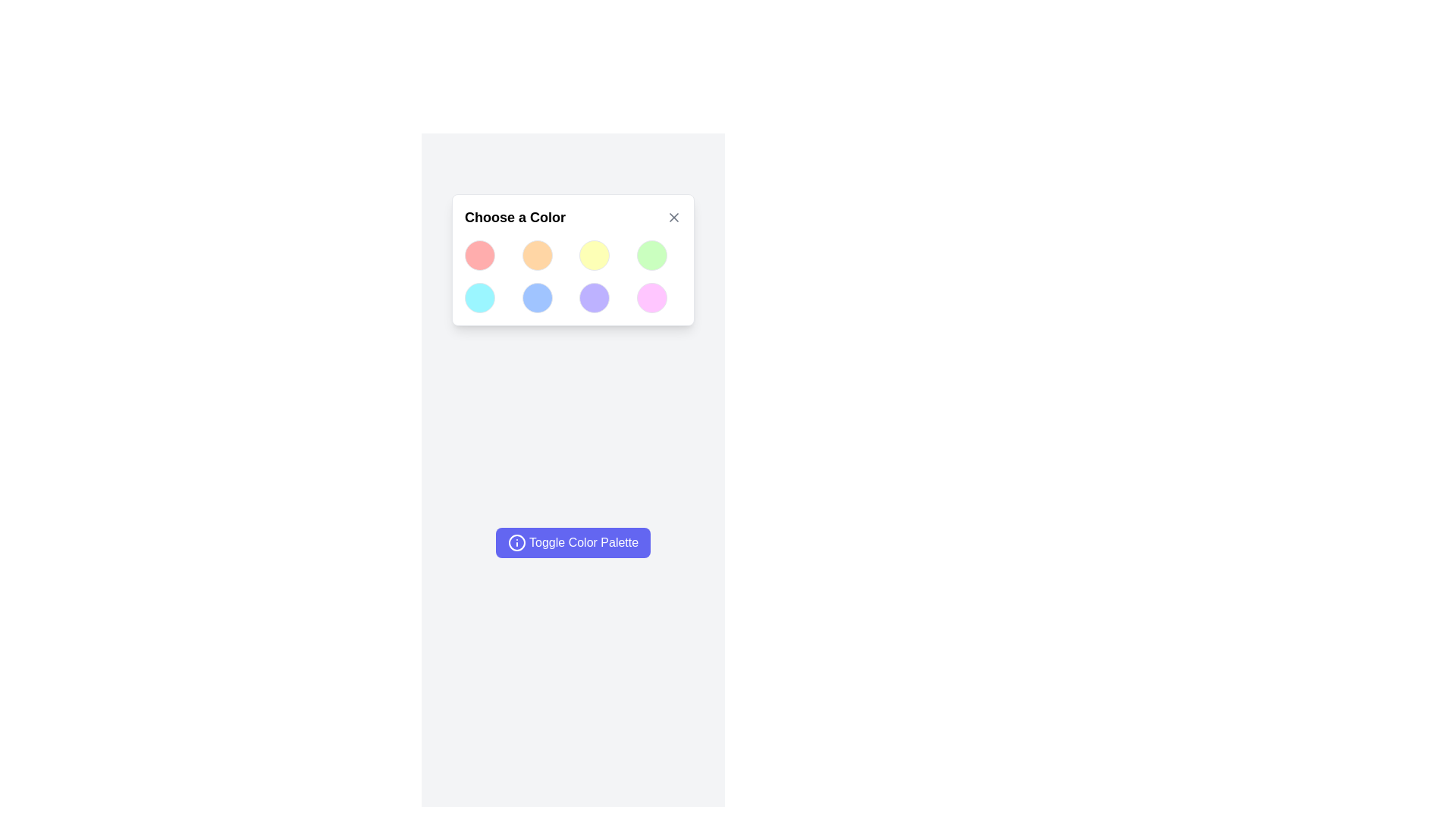 This screenshot has height=819, width=1456. I want to click on the 'X' mark icon in the top-right corner of the color selection interface, next to the title 'Choose a Color', so click(673, 217).